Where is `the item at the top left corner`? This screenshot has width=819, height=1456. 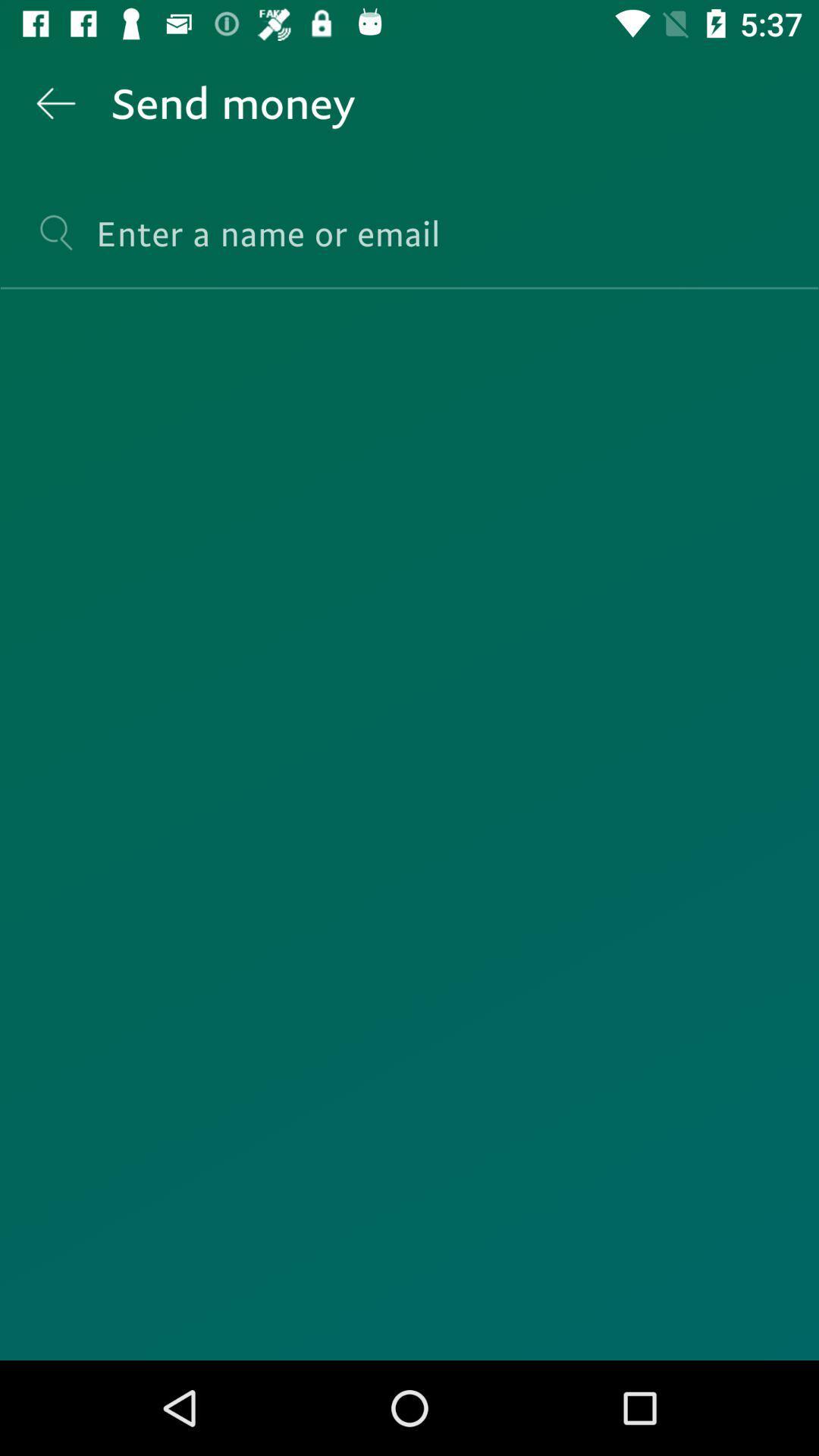
the item at the top left corner is located at coordinates (55, 102).